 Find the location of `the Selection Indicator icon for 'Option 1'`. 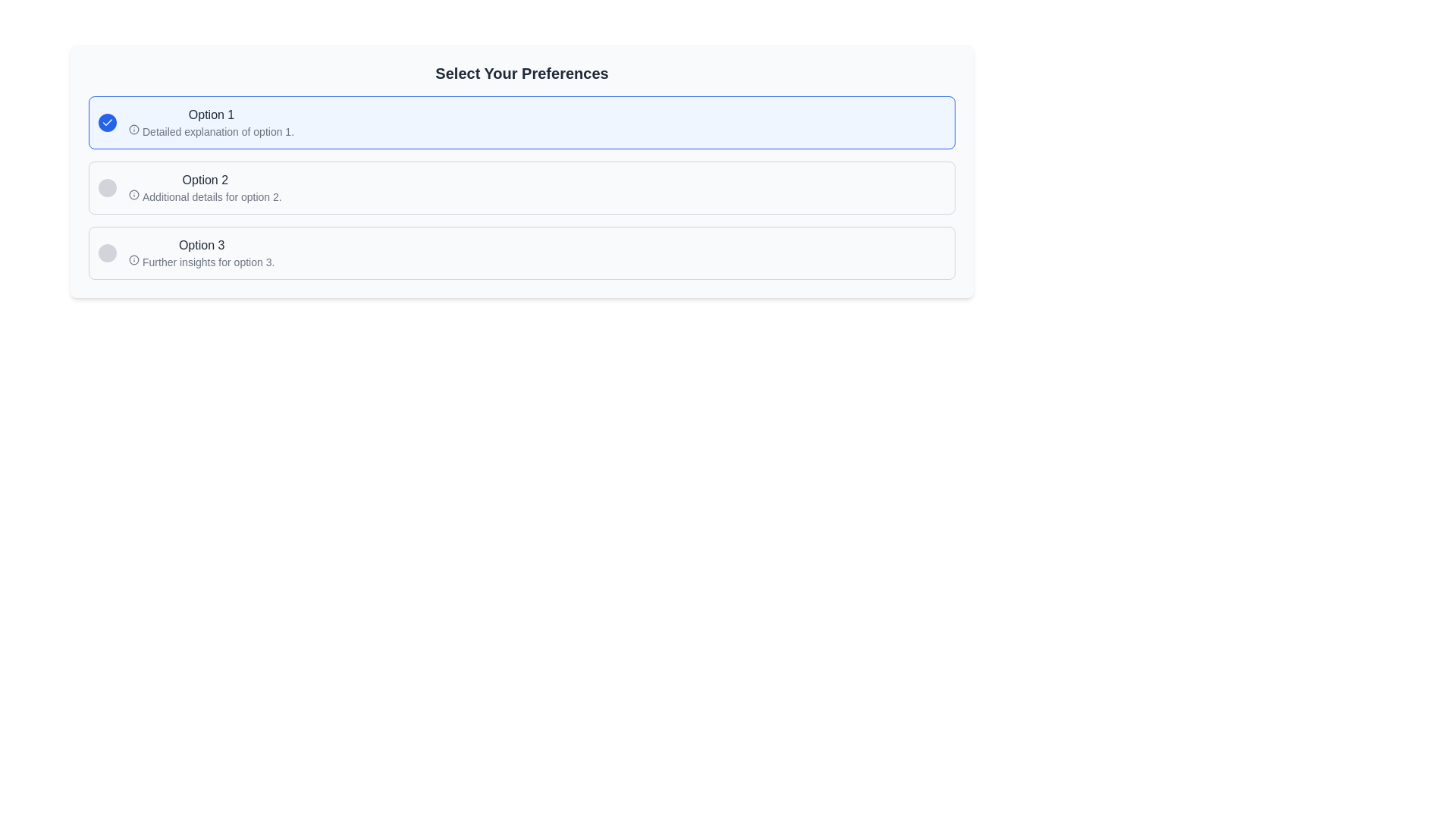

the Selection Indicator icon for 'Option 1' is located at coordinates (107, 122).